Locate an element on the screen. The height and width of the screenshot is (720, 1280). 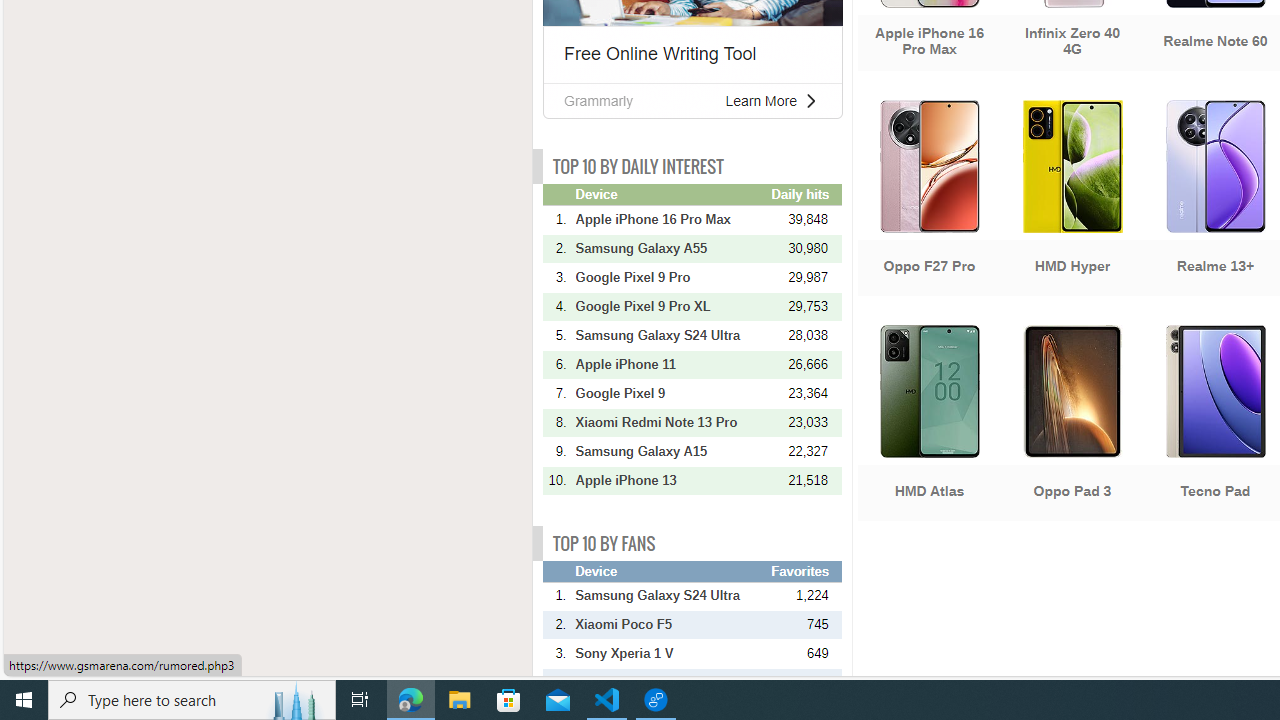
'Oppo Pad 3' is located at coordinates (1071, 424).